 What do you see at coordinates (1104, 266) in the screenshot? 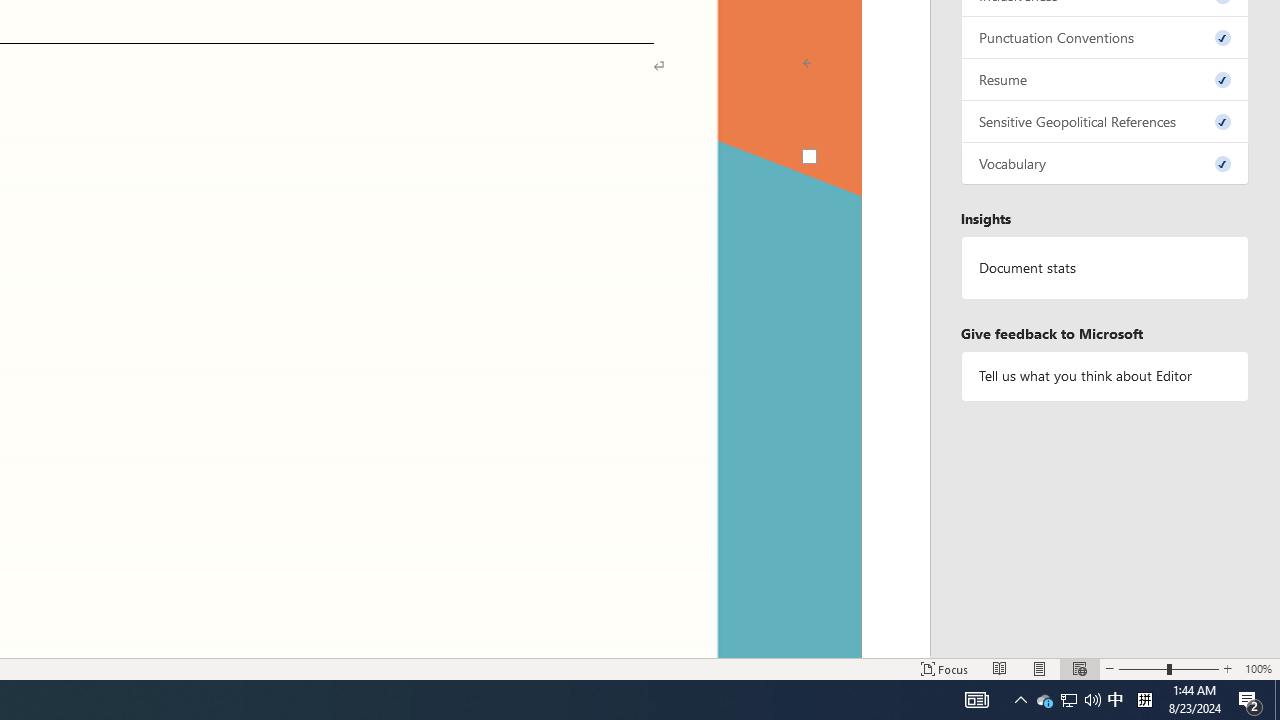
I see `'Document statistics'` at bounding box center [1104, 266].